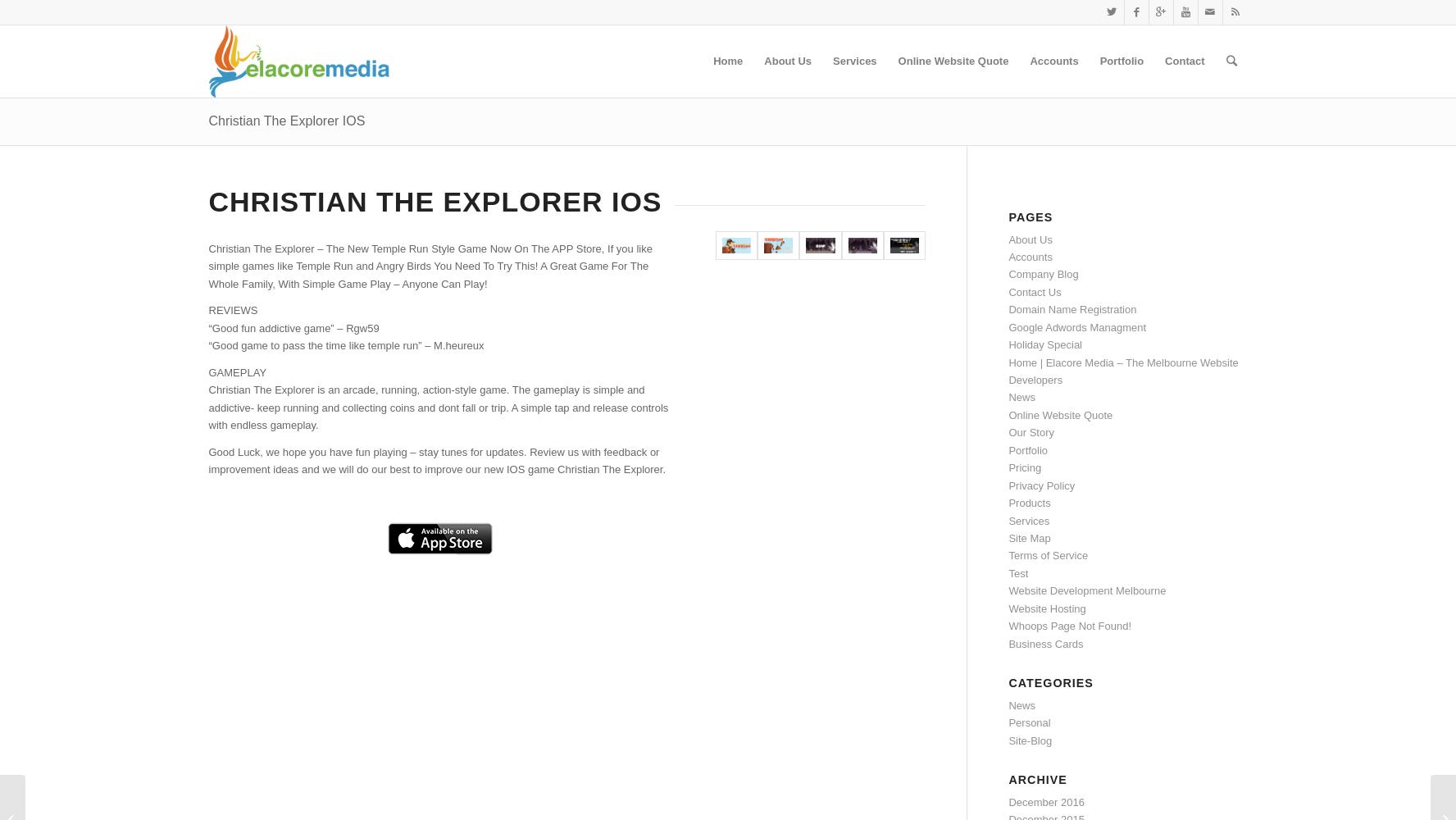 This screenshot has height=820, width=1456. Describe the element at coordinates (237, 371) in the screenshot. I see `'GAMEPLAY'` at that location.